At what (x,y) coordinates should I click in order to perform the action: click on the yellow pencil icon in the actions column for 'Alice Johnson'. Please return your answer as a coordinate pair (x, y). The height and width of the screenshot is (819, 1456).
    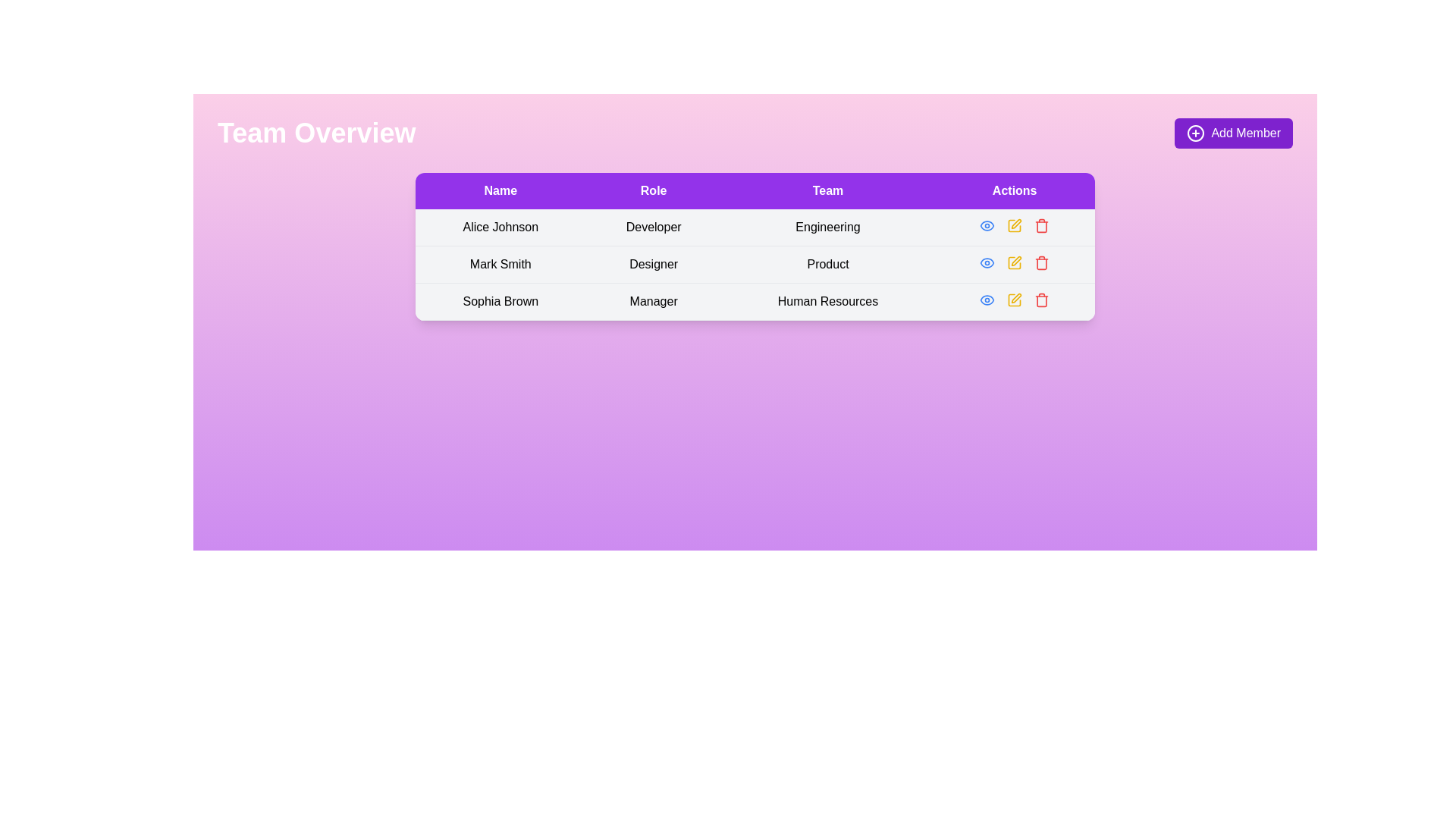
    Looking at the image, I should click on (1015, 225).